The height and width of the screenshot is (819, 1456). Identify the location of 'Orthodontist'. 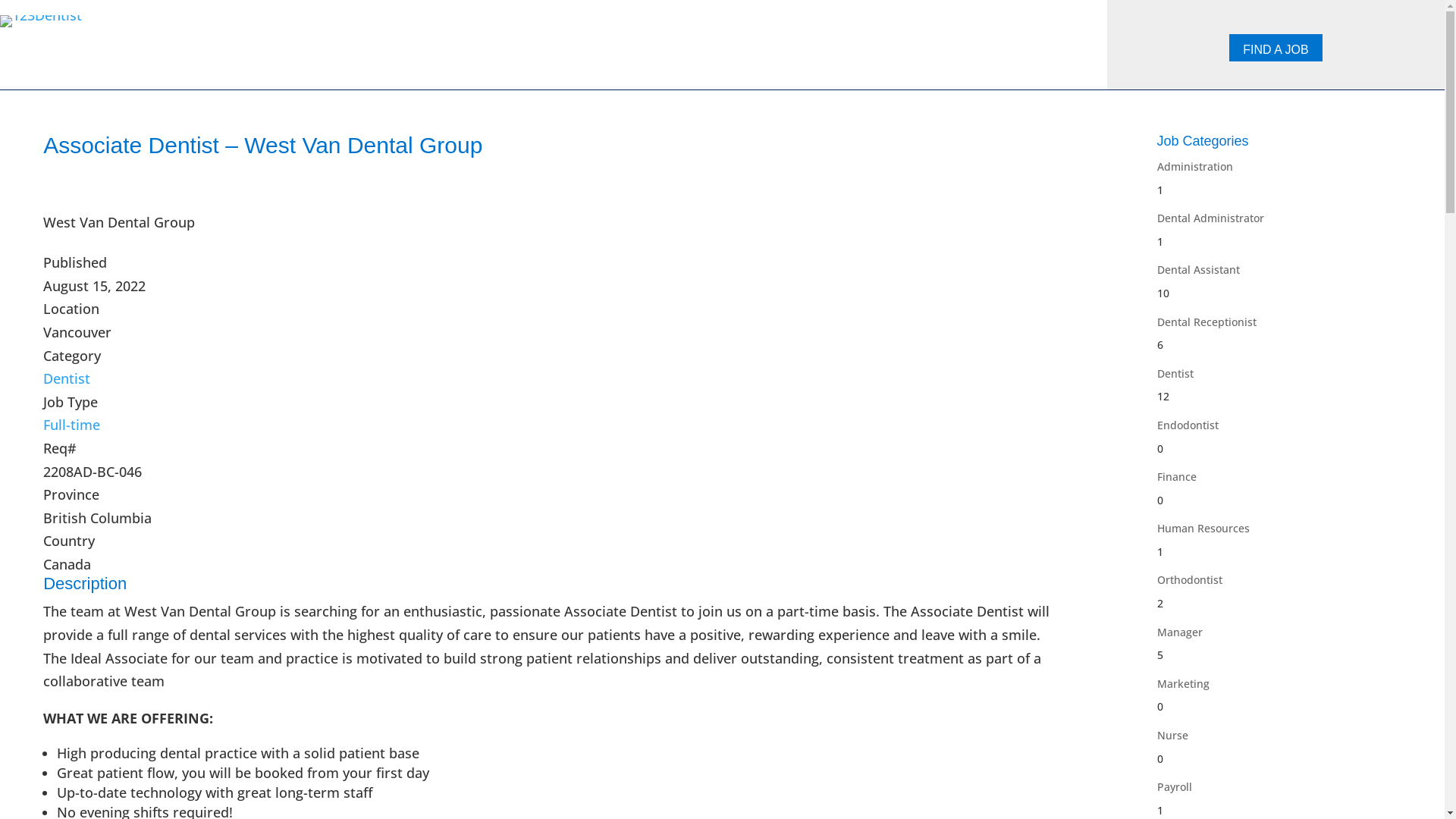
(1189, 579).